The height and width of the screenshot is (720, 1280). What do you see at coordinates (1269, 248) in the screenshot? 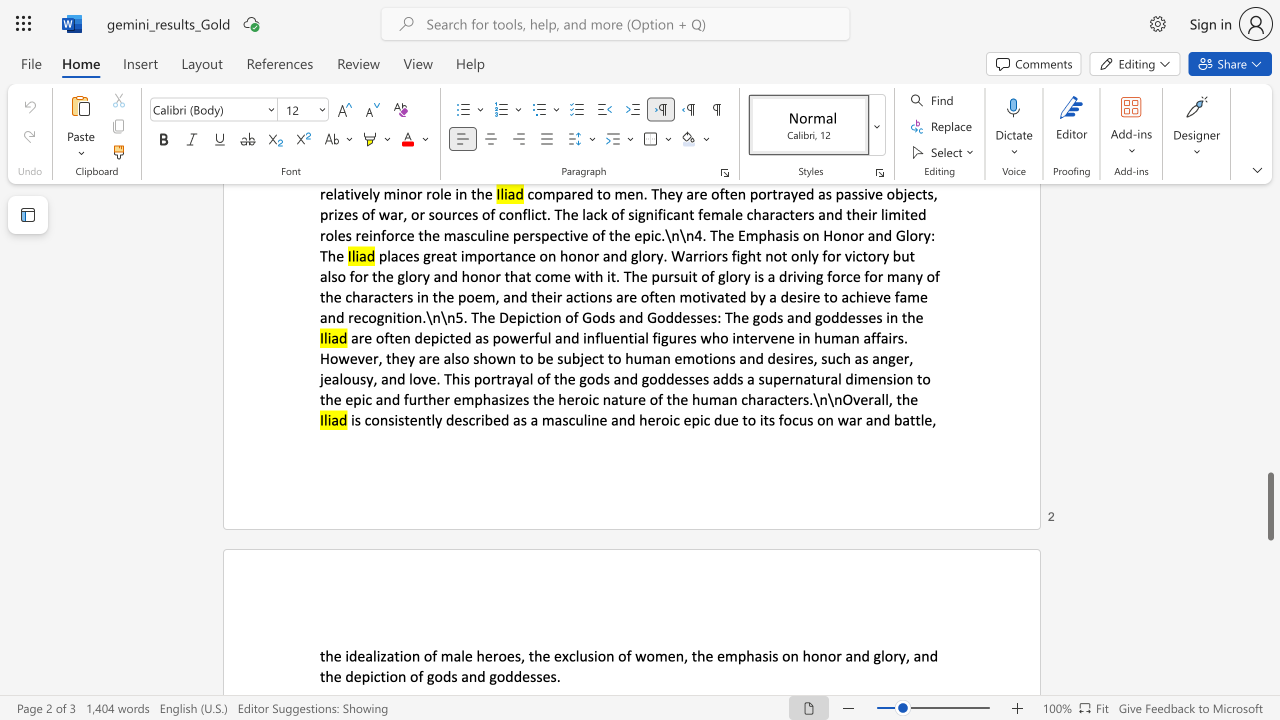
I see `the right-hand scrollbar to ascend the page` at bounding box center [1269, 248].